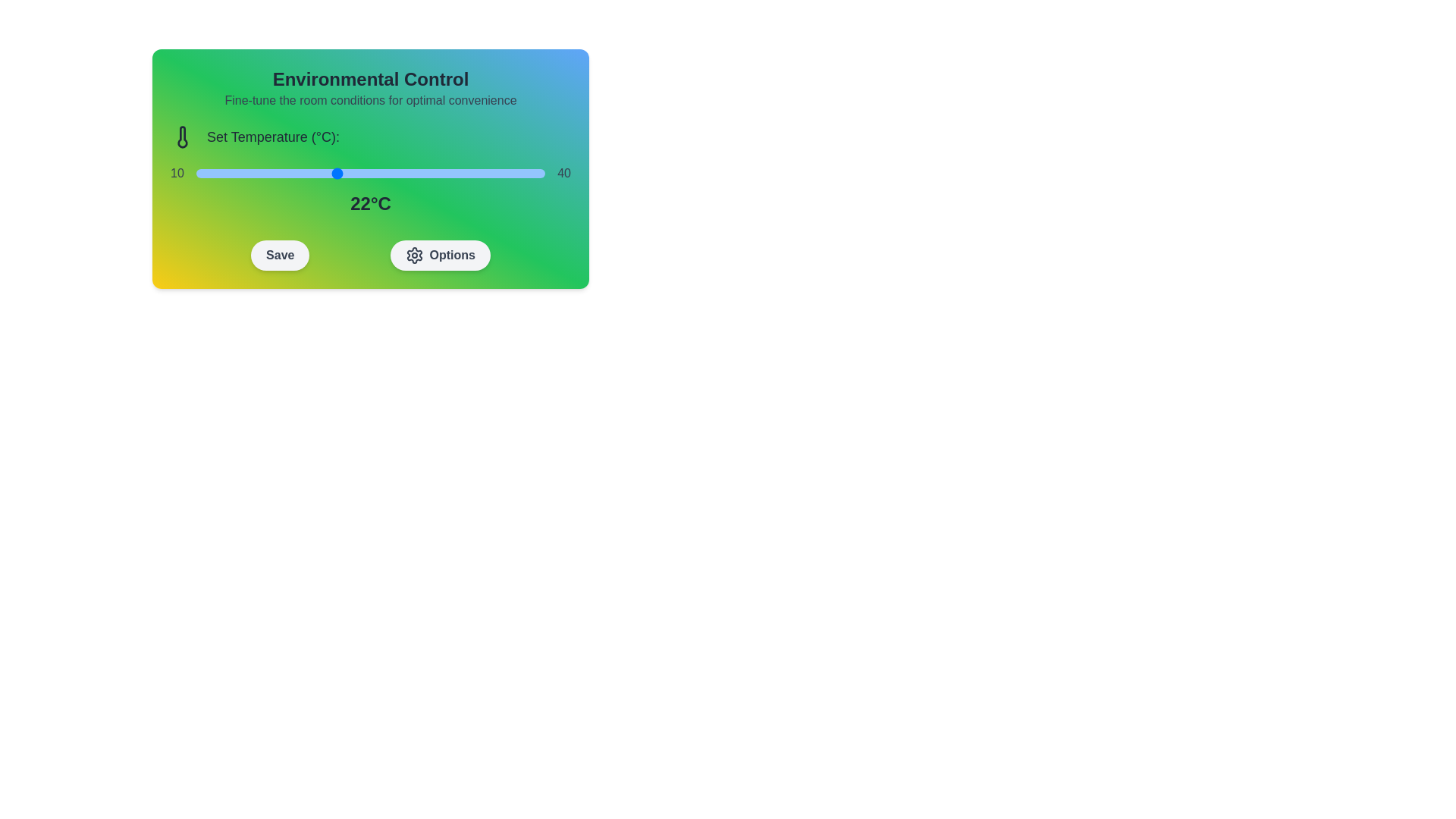 This screenshot has height=819, width=1456. Describe the element at coordinates (371, 79) in the screenshot. I see `the text label reading 'Environmental Control' which is styled in a bold, large font and positioned at the top center of the interface` at that location.